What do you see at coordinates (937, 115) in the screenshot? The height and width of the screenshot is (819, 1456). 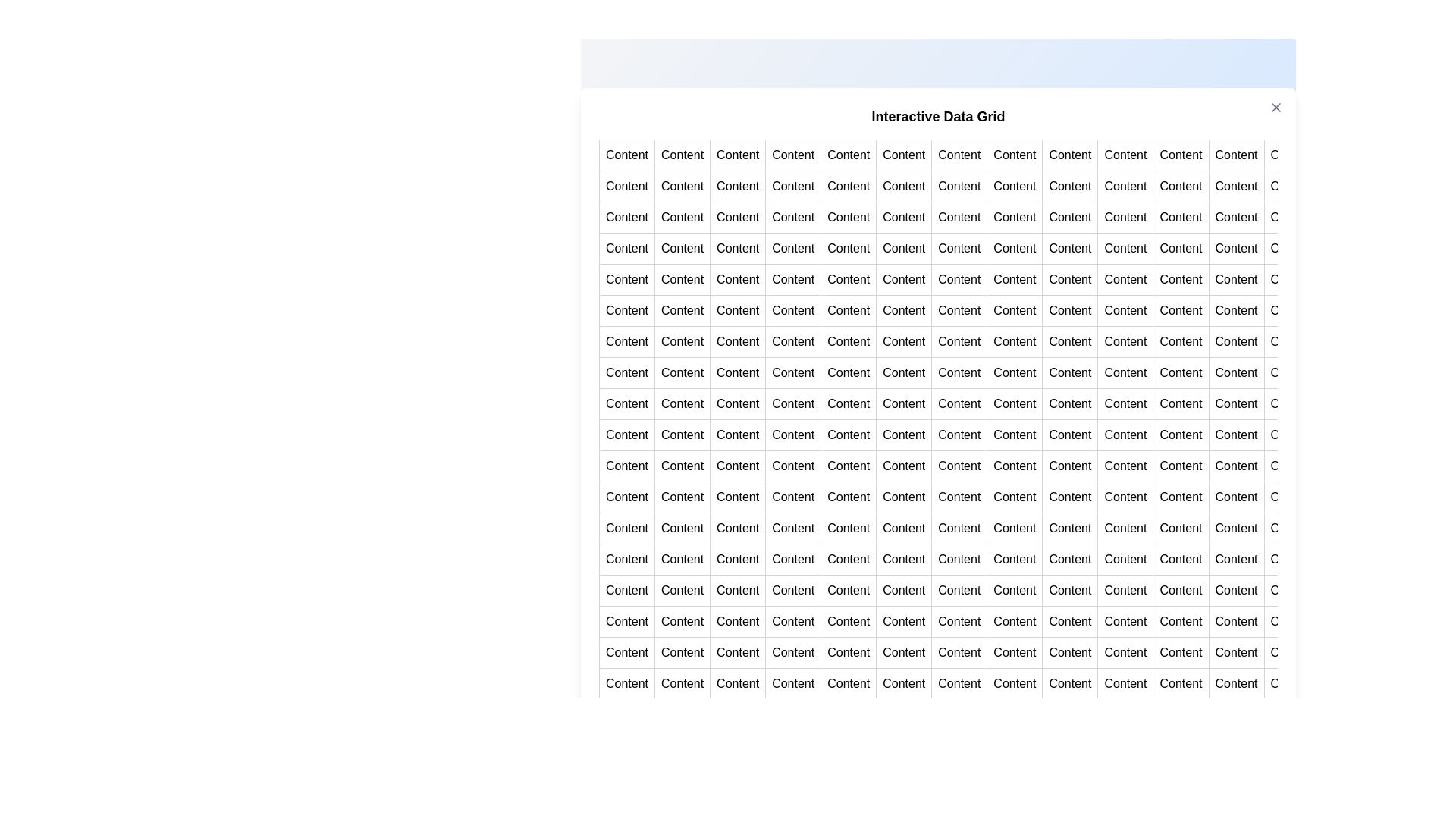 I see `the title text area to inspect its content` at bounding box center [937, 115].